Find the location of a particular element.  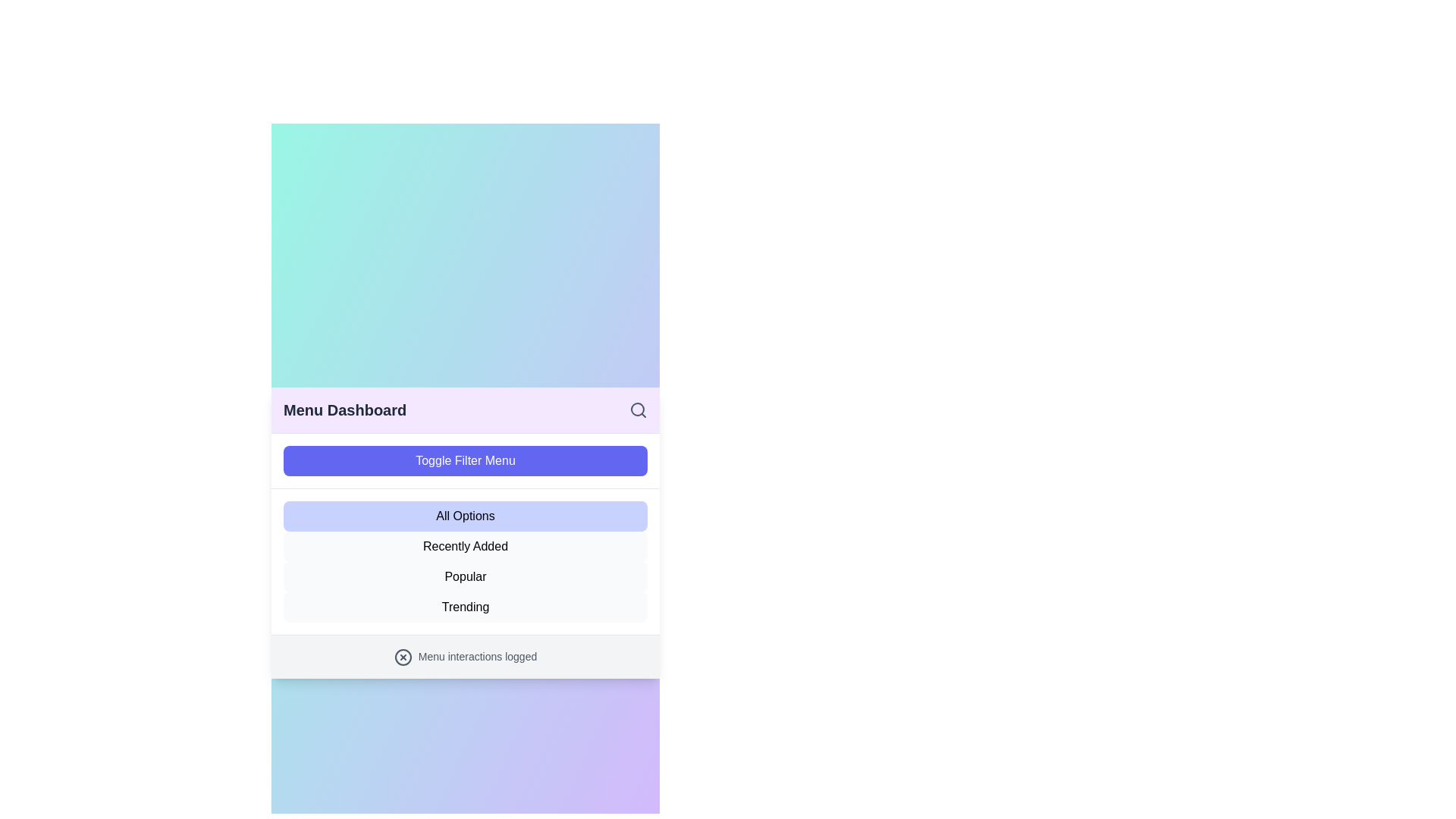

the menu option Popular from the list is located at coordinates (465, 577).